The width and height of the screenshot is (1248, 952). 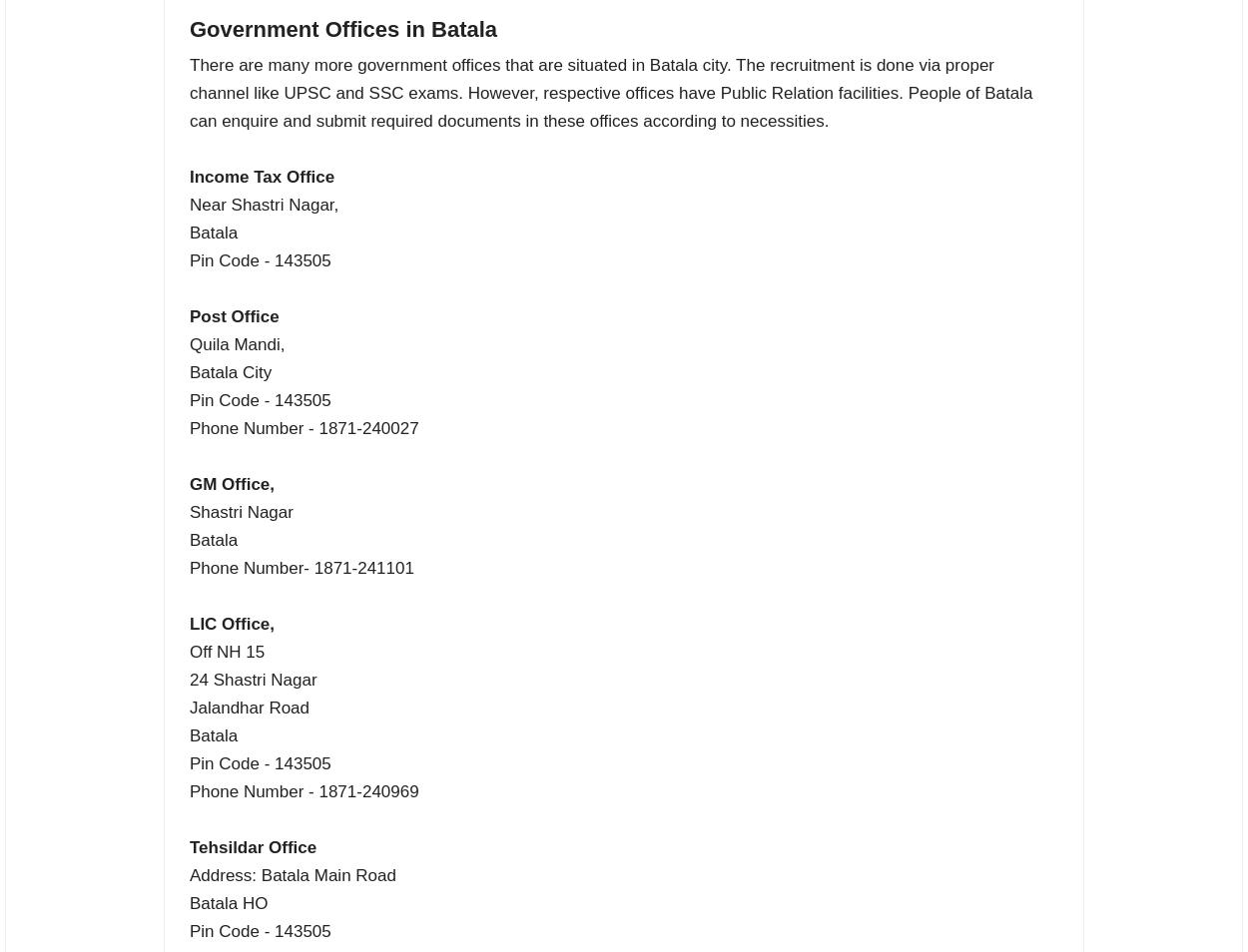 I want to click on 'Batala City', so click(x=230, y=371).